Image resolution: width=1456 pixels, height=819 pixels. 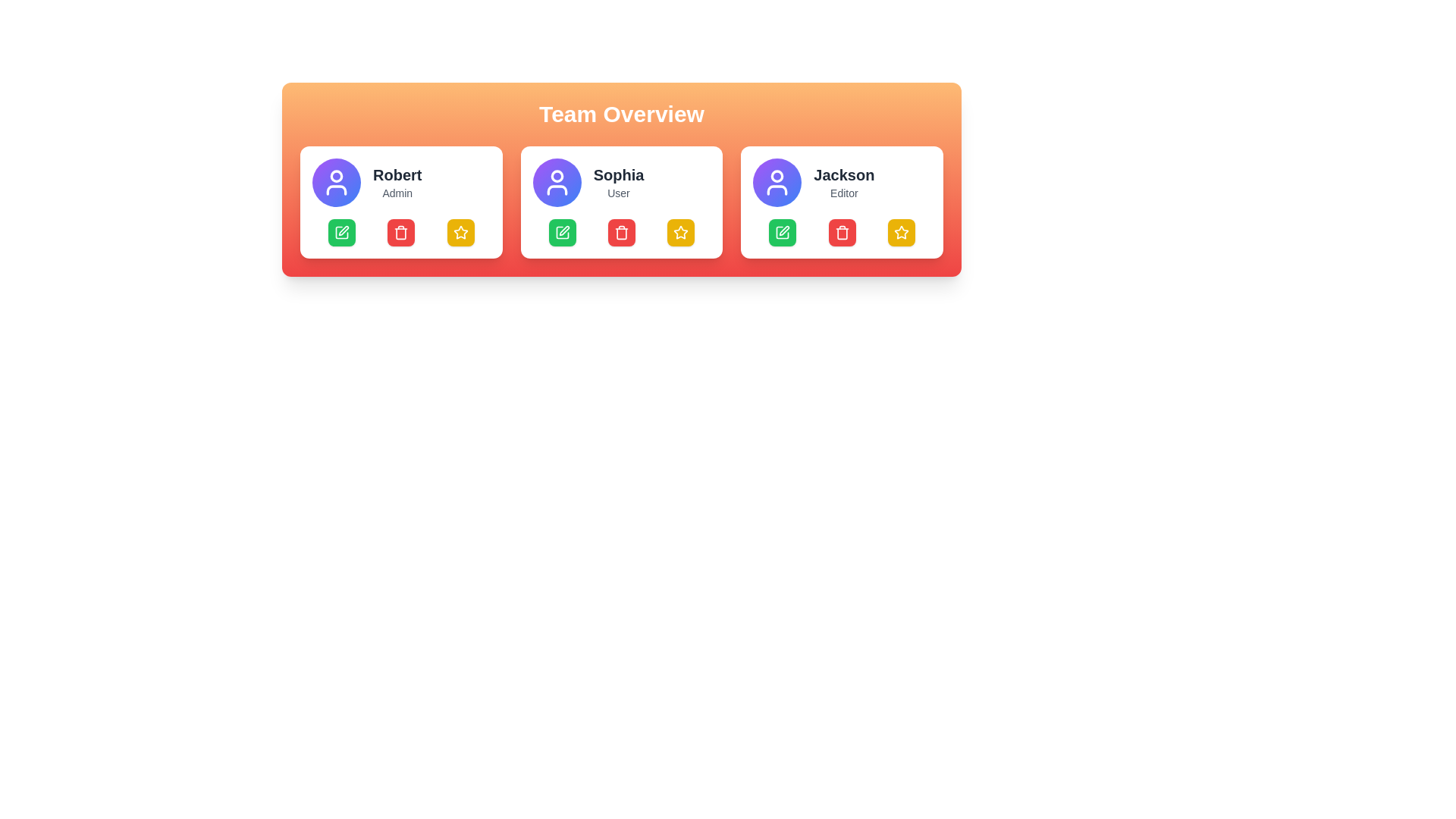 I want to click on the User Card Header element that features a circular avatar on the left and the name 'Jackson' in bold black text with 'Editor' in smaller gray text underneath, located in the top-center of the third card from the left, so click(x=841, y=181).